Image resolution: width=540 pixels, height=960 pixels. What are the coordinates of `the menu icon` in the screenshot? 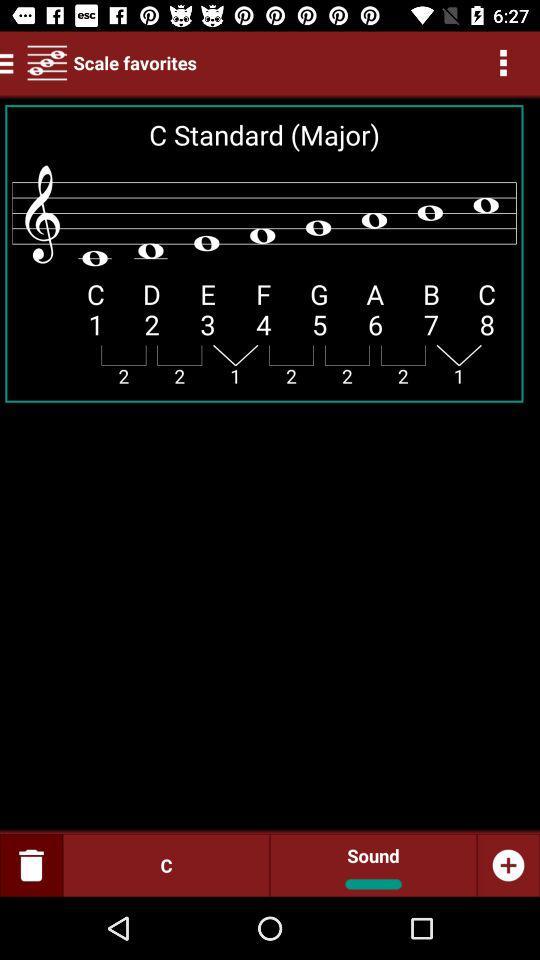 It's located at (9, 62).